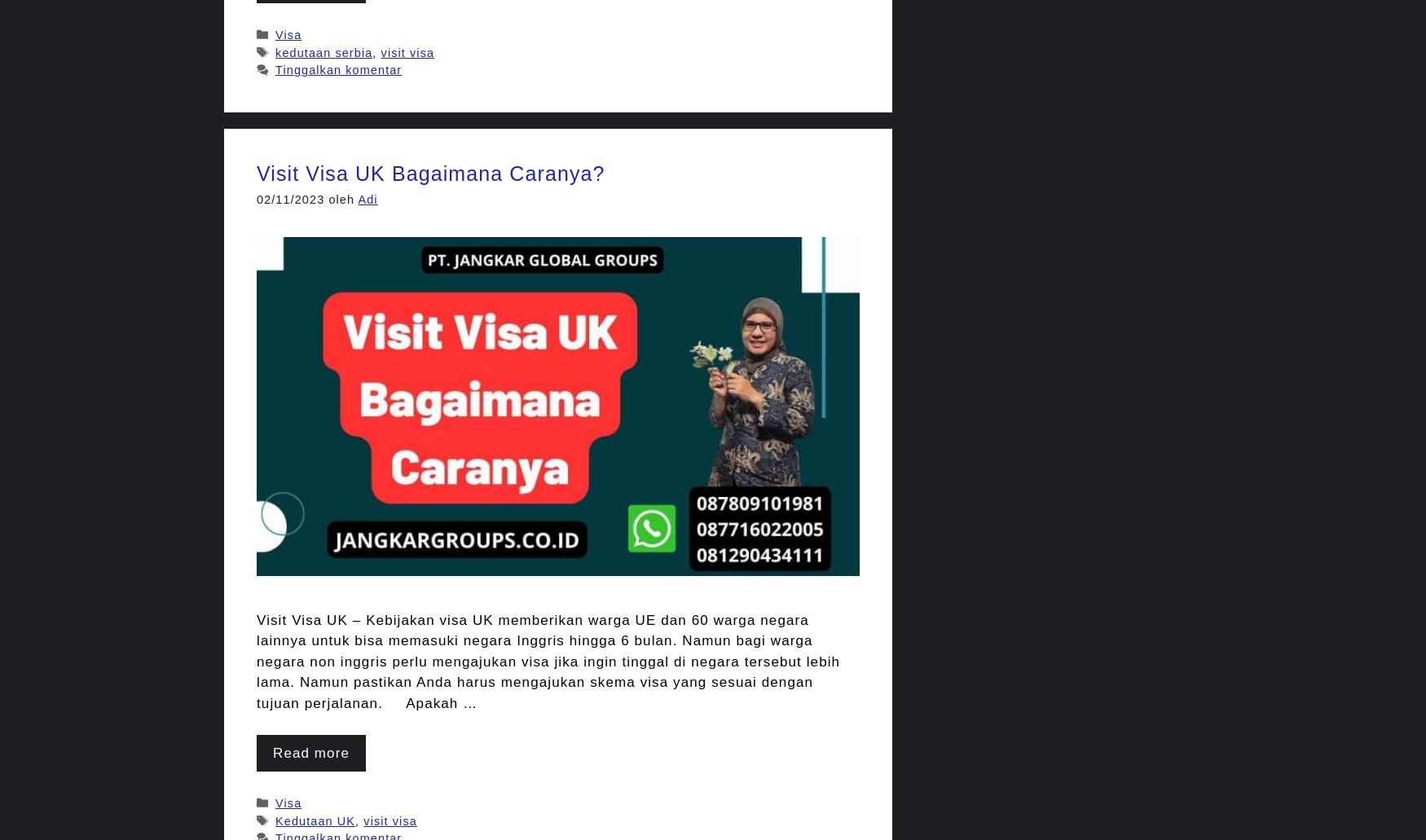  What do you see at coordinates (367, 199) in the screenshot?
I see `'Adi'` at bounding box center [367, 199].